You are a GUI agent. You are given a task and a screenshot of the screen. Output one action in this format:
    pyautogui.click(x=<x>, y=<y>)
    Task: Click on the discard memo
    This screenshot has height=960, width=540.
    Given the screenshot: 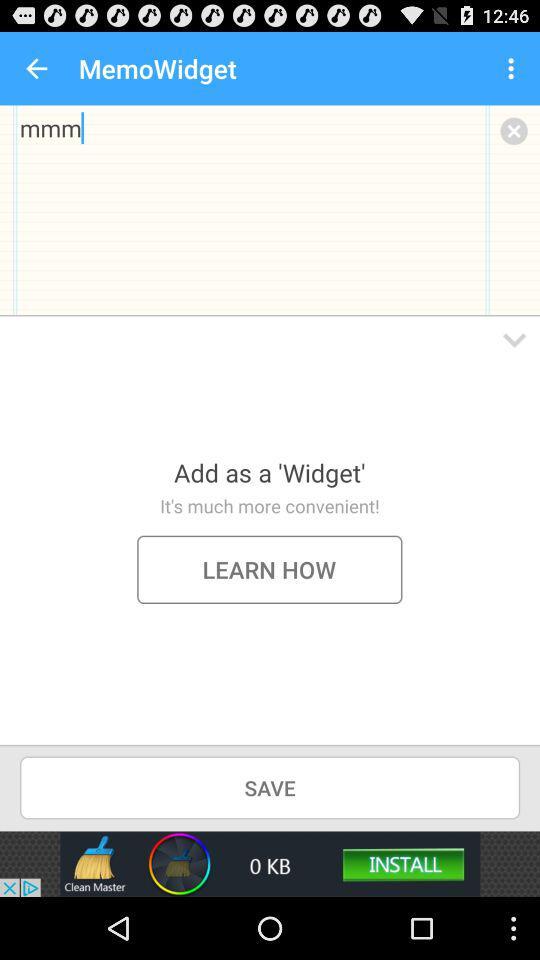 What is the action you would take?
    pyautogui.click(x=514, y=129)
    